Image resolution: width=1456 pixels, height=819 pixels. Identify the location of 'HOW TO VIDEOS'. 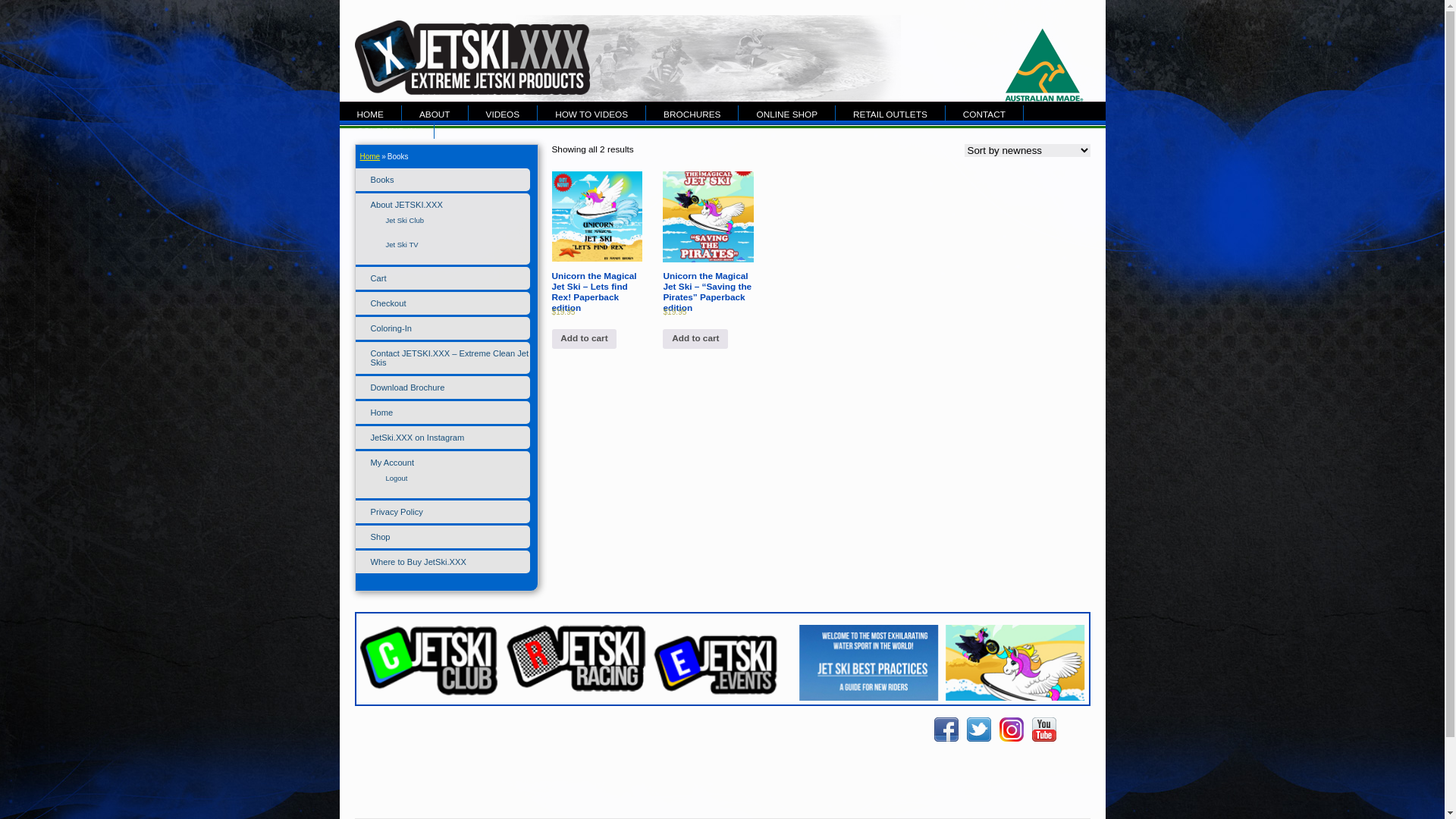
(591, 113).